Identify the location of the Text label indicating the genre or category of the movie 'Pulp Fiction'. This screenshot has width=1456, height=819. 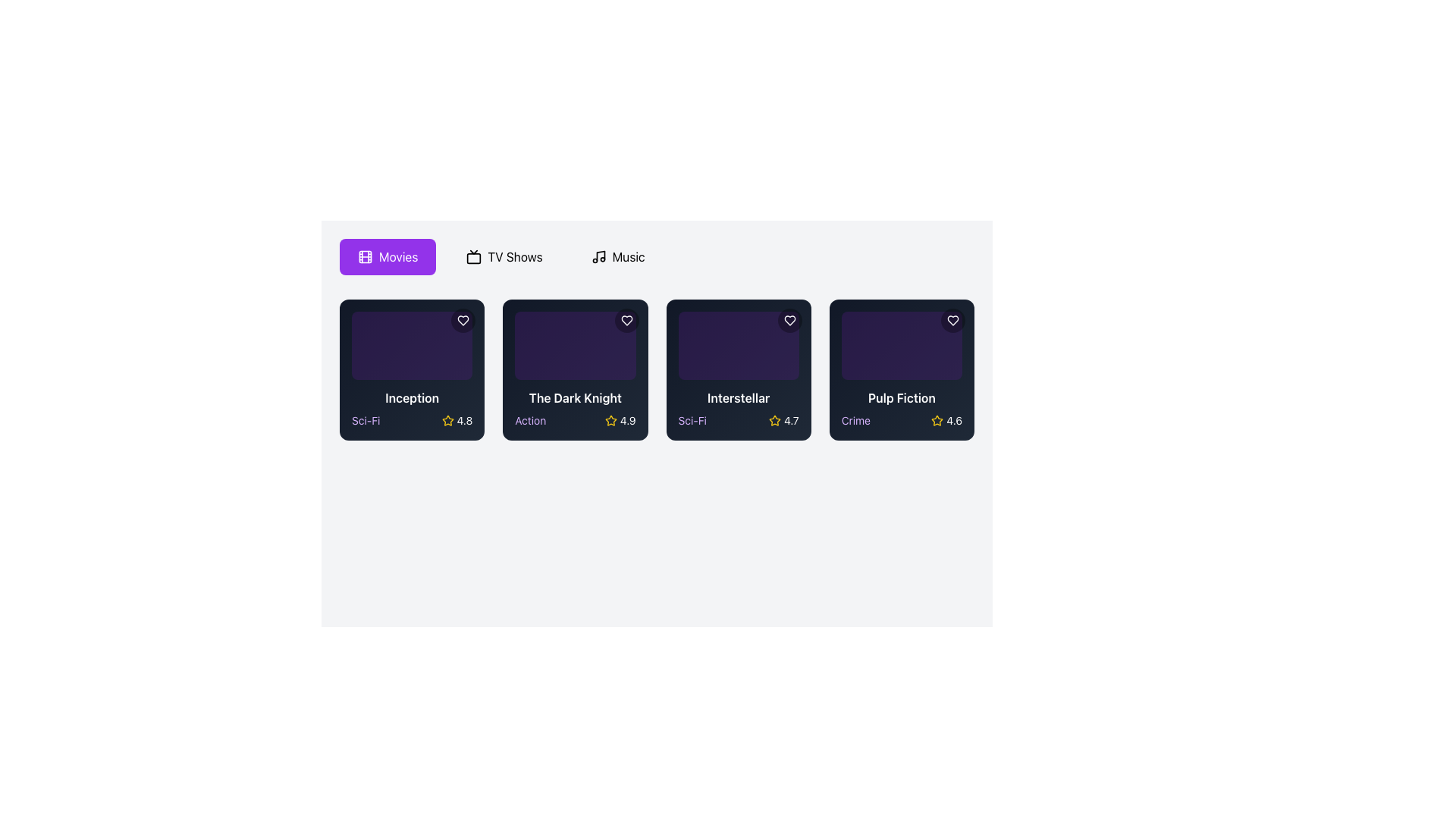
(855, 420).